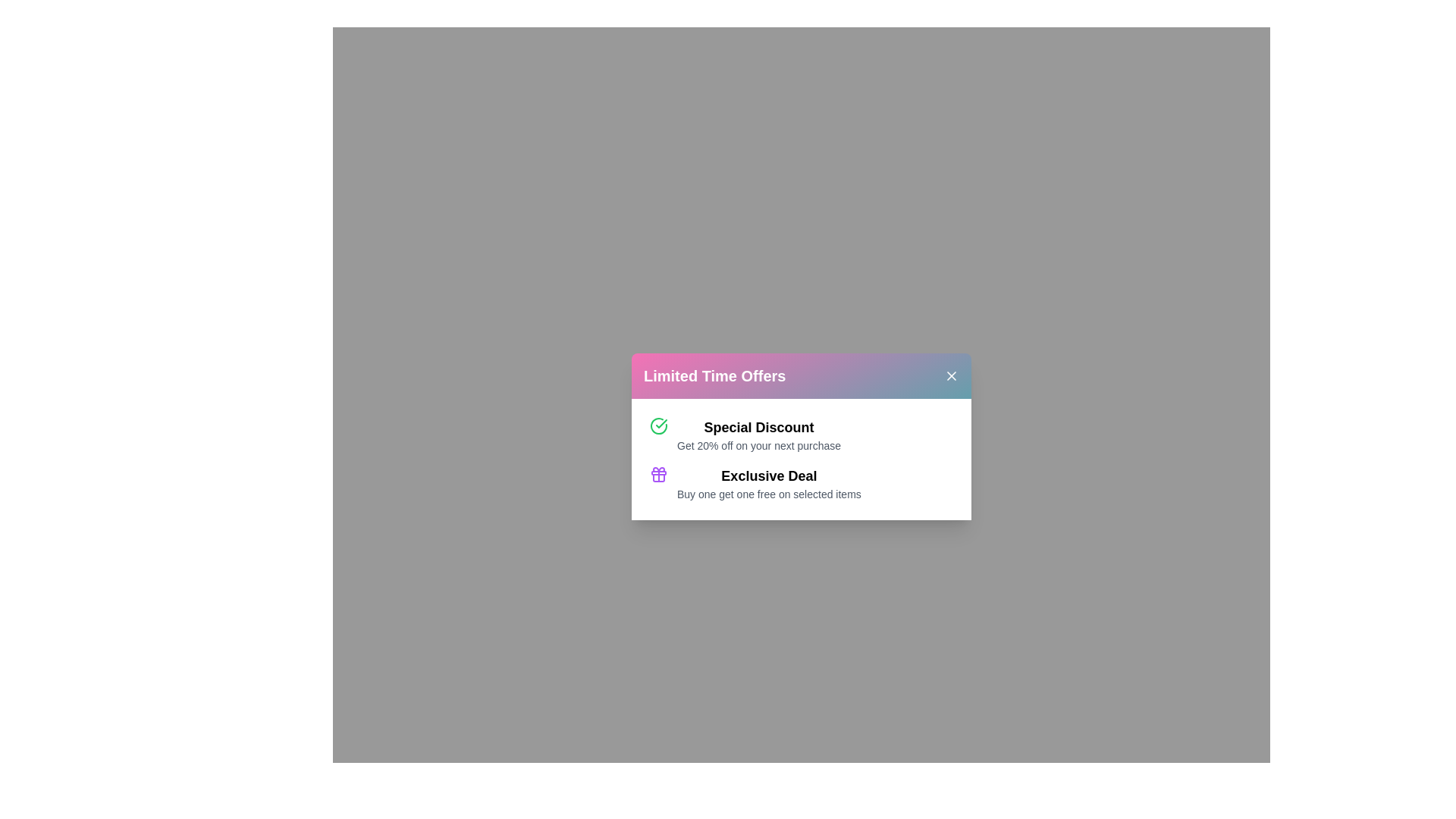 The height and width of the screenshot is (819, 1456). Describe the element at coordinates (950, 375) in the screenshot. I see `the close button of the dialog to close it` at that location.